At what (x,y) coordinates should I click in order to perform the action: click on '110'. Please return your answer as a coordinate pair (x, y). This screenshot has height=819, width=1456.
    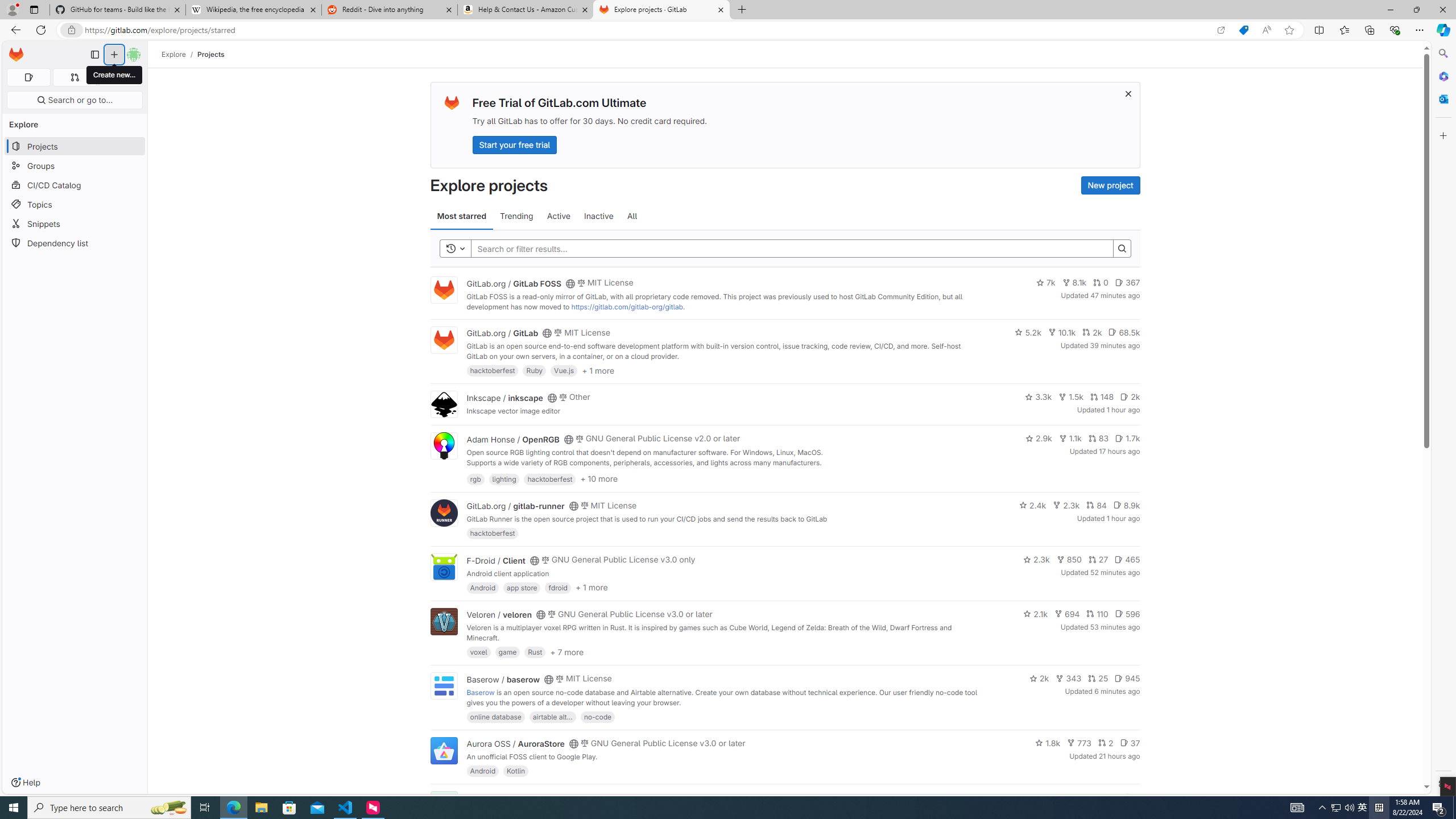
    Looking at the image, I should click on (1097, 614).